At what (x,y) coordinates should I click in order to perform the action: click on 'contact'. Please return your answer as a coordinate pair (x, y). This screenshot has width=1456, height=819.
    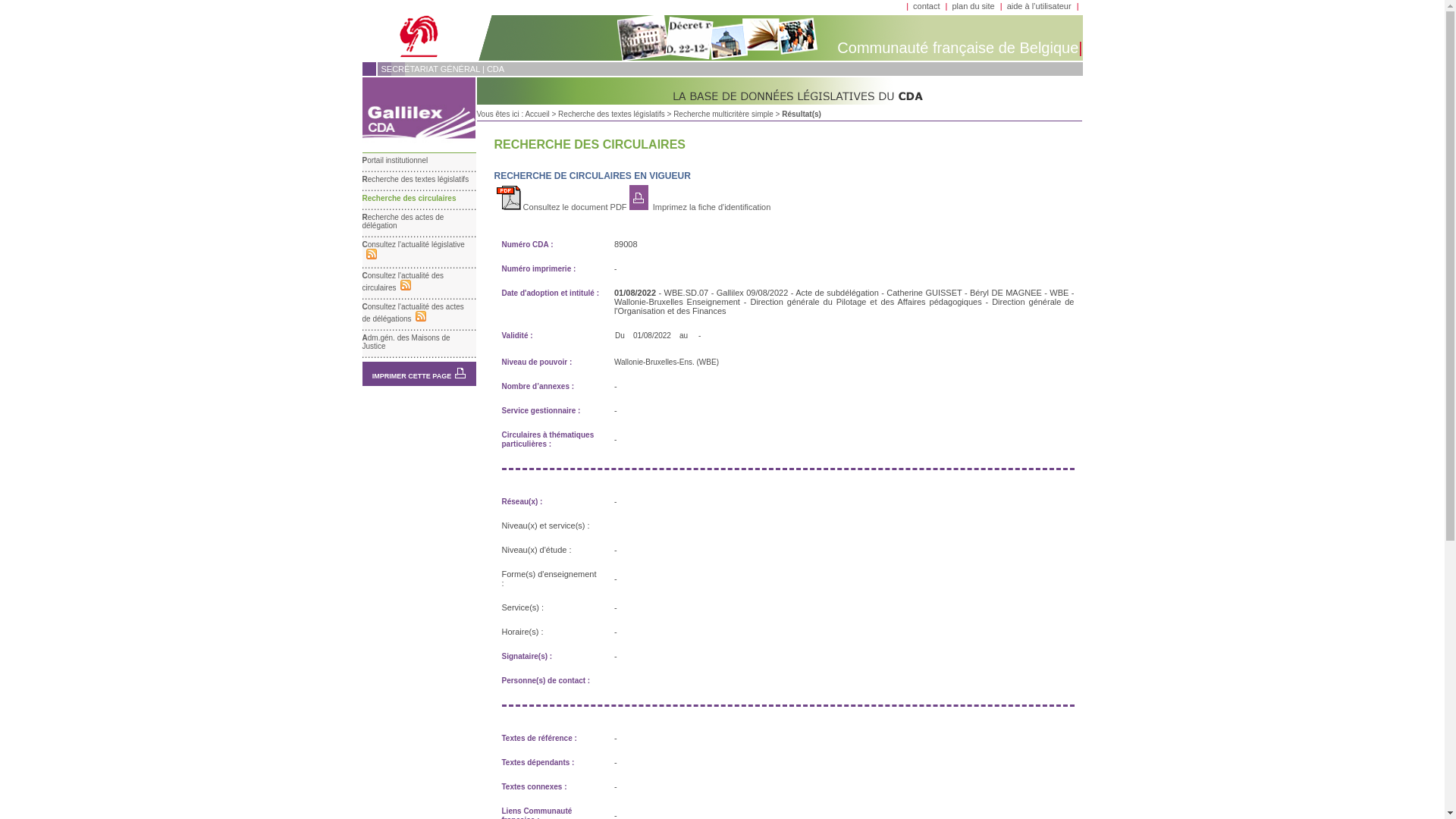
    Looking at the image, I should click on (925, 5).